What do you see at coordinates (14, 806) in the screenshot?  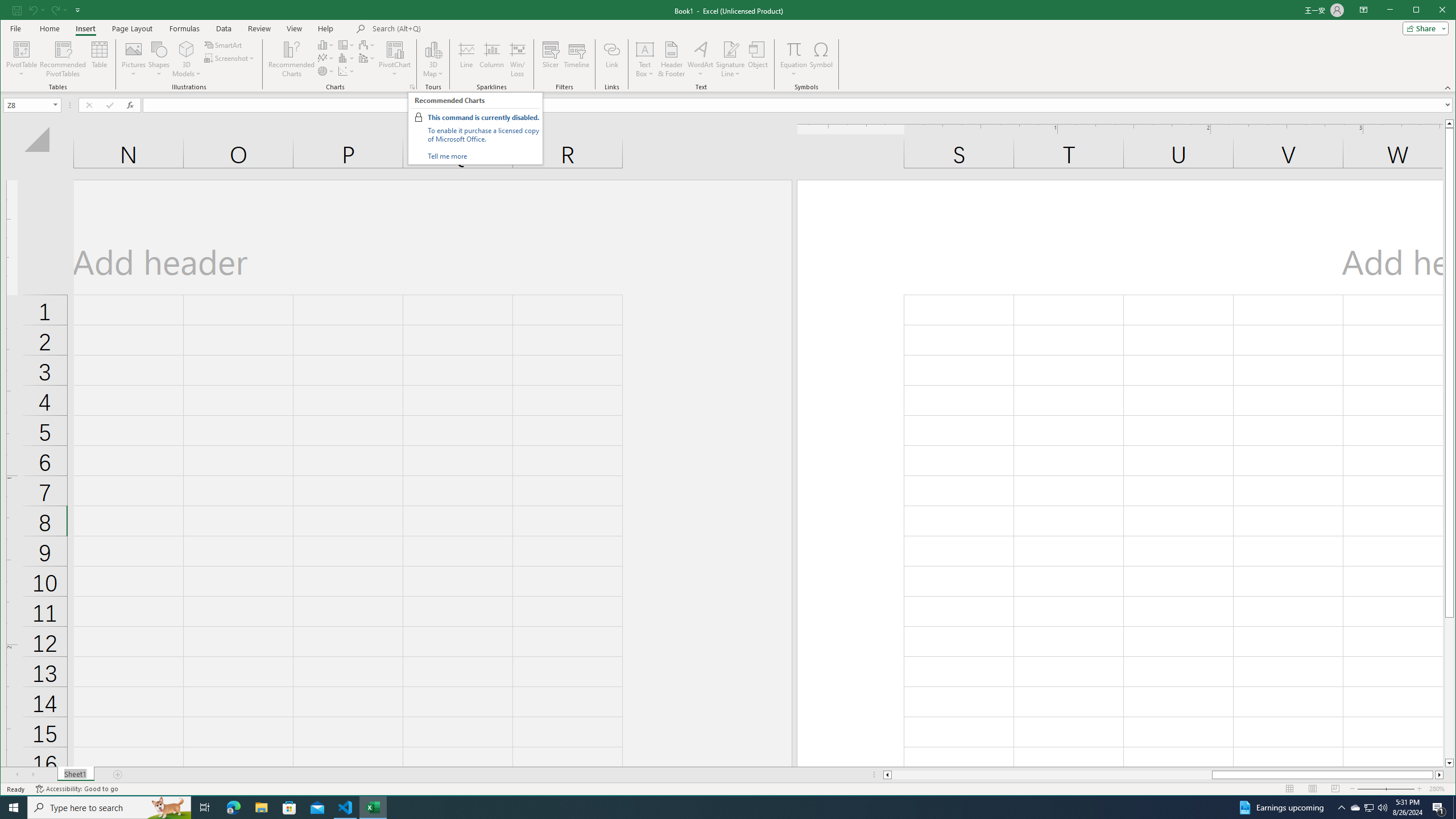 I see `'Start'` at bounding box center [14, 806].